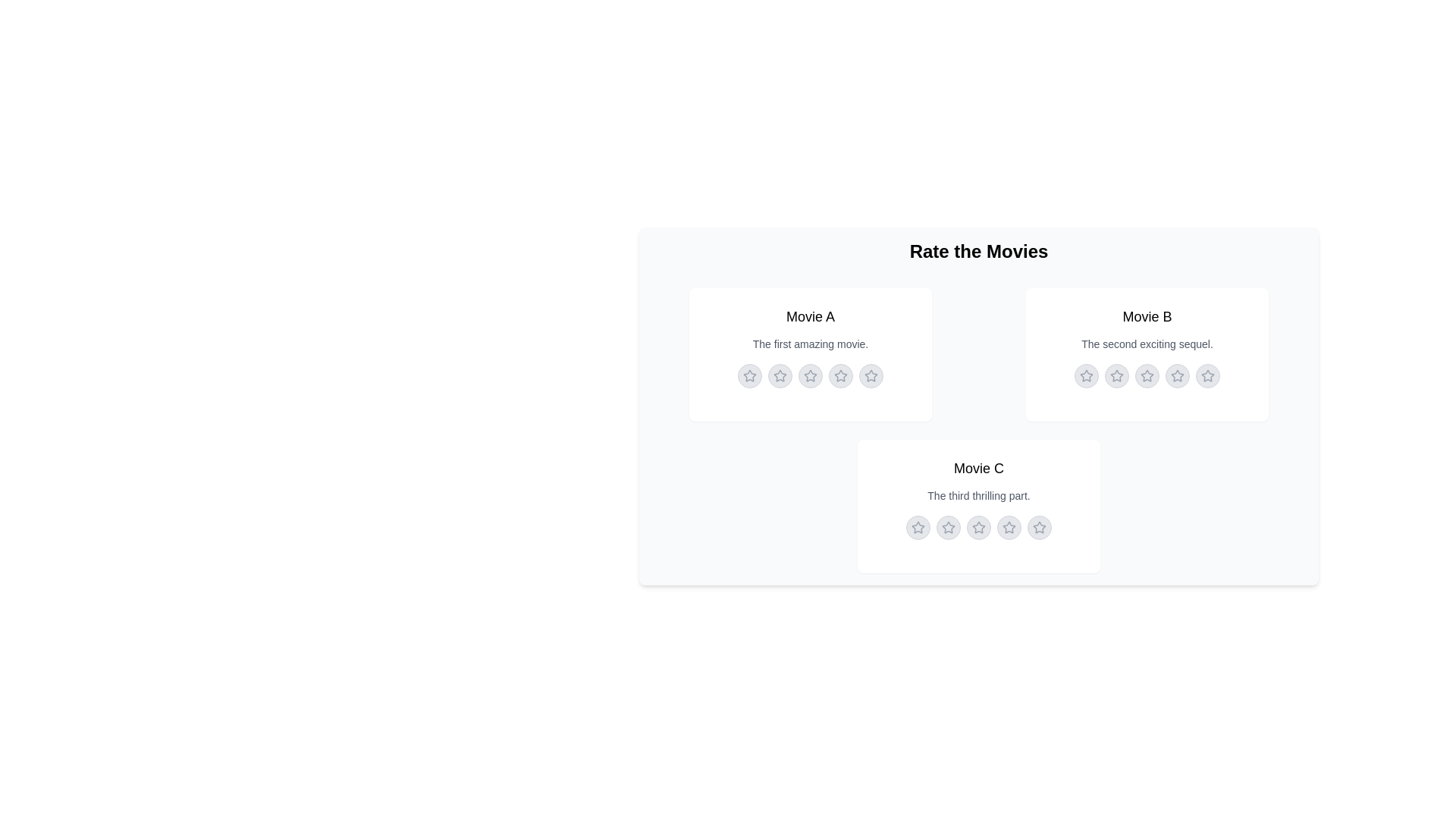 Image resolution: width=1456 pixels, height=819 pixels. What do you see at coordinates (978, 526) in the screenshot?
I see `the fourth star icon in the rating section for 'Movie C'` at bounding box center [978, 526].